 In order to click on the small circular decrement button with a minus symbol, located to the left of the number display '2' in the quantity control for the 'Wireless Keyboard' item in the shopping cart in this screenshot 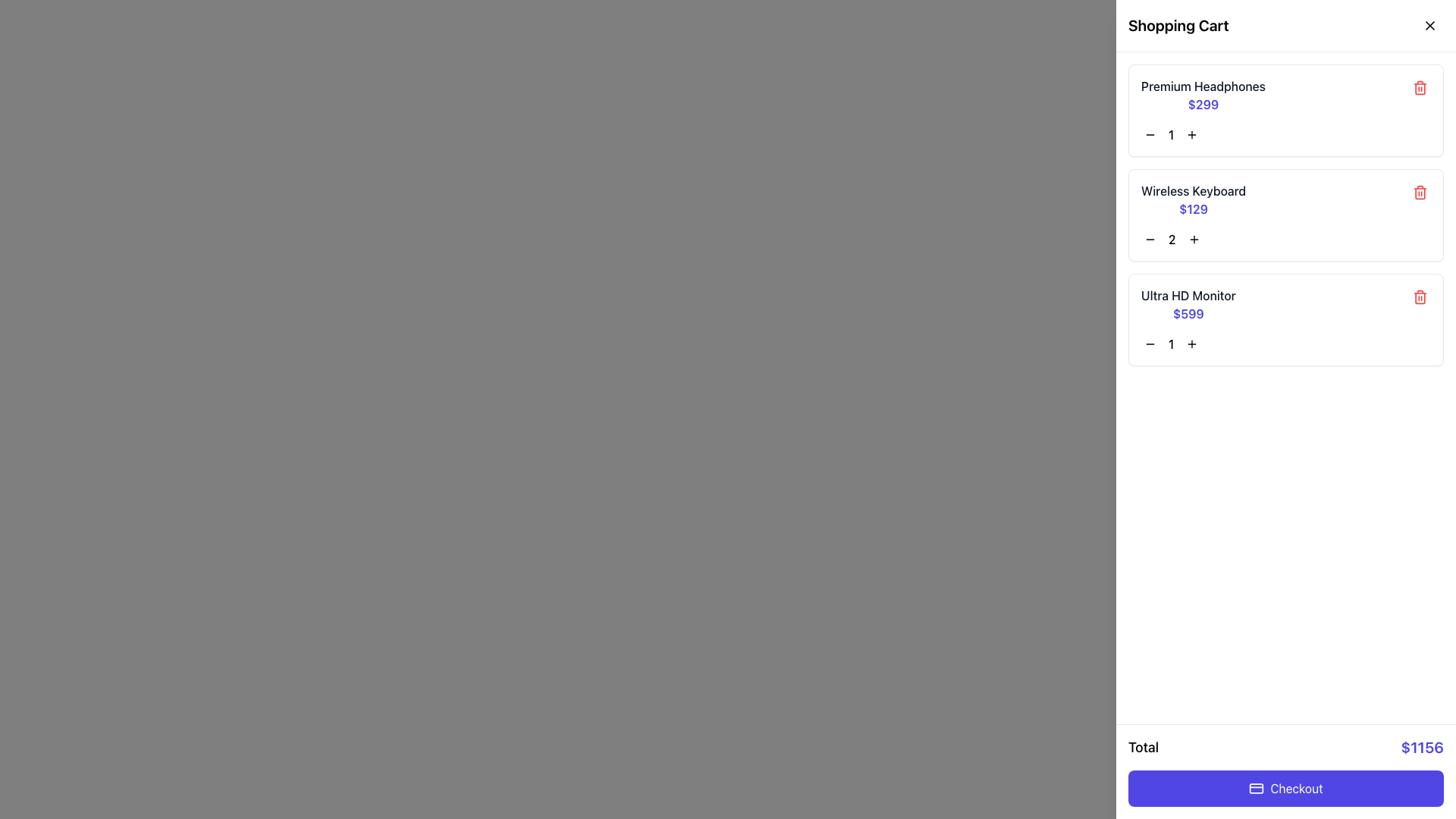, I will do `click(1150, 239)`.